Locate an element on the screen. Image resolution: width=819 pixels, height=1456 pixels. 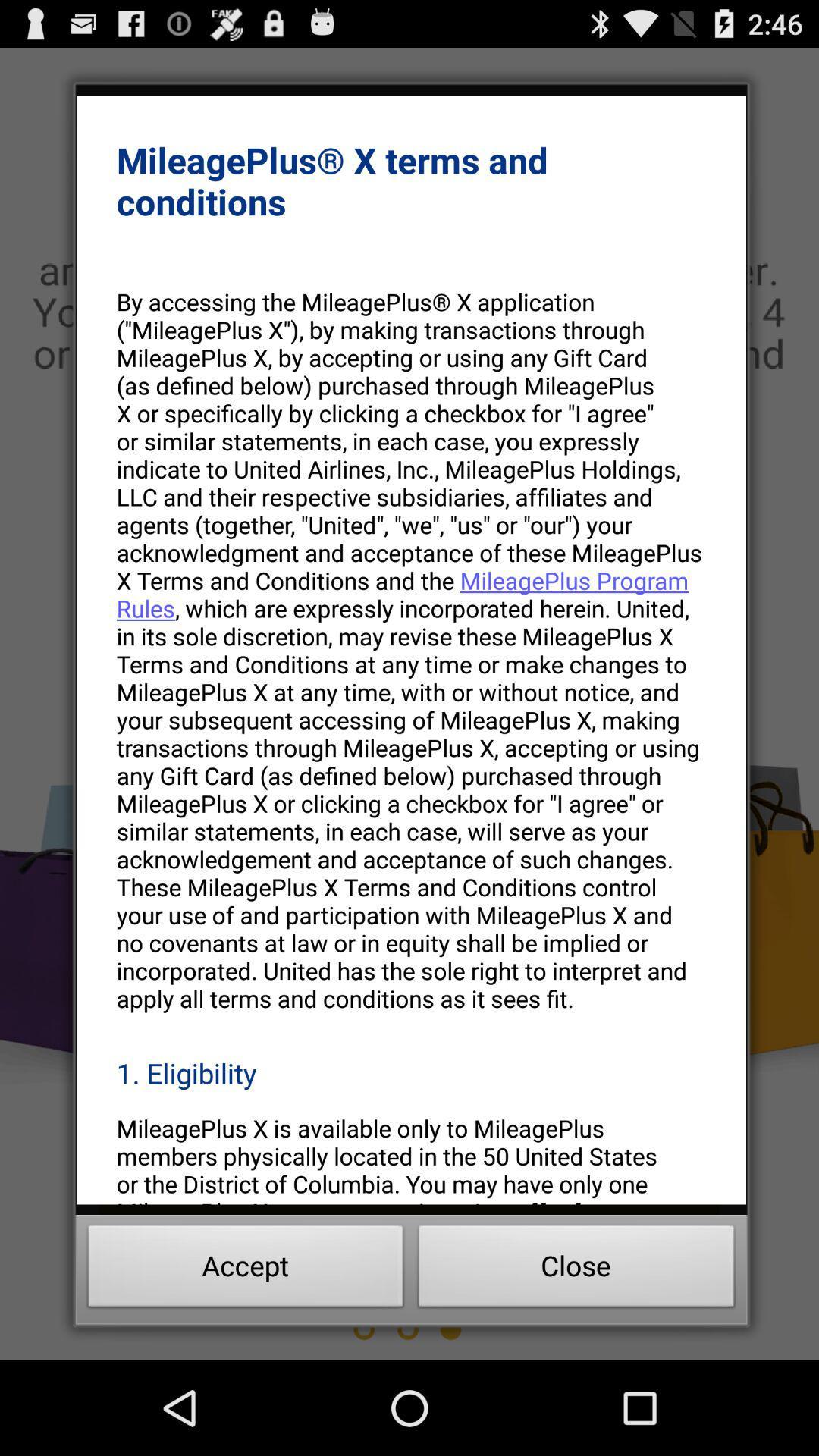
the icon below mileageplus x is is located at coordinates (576, 1270).